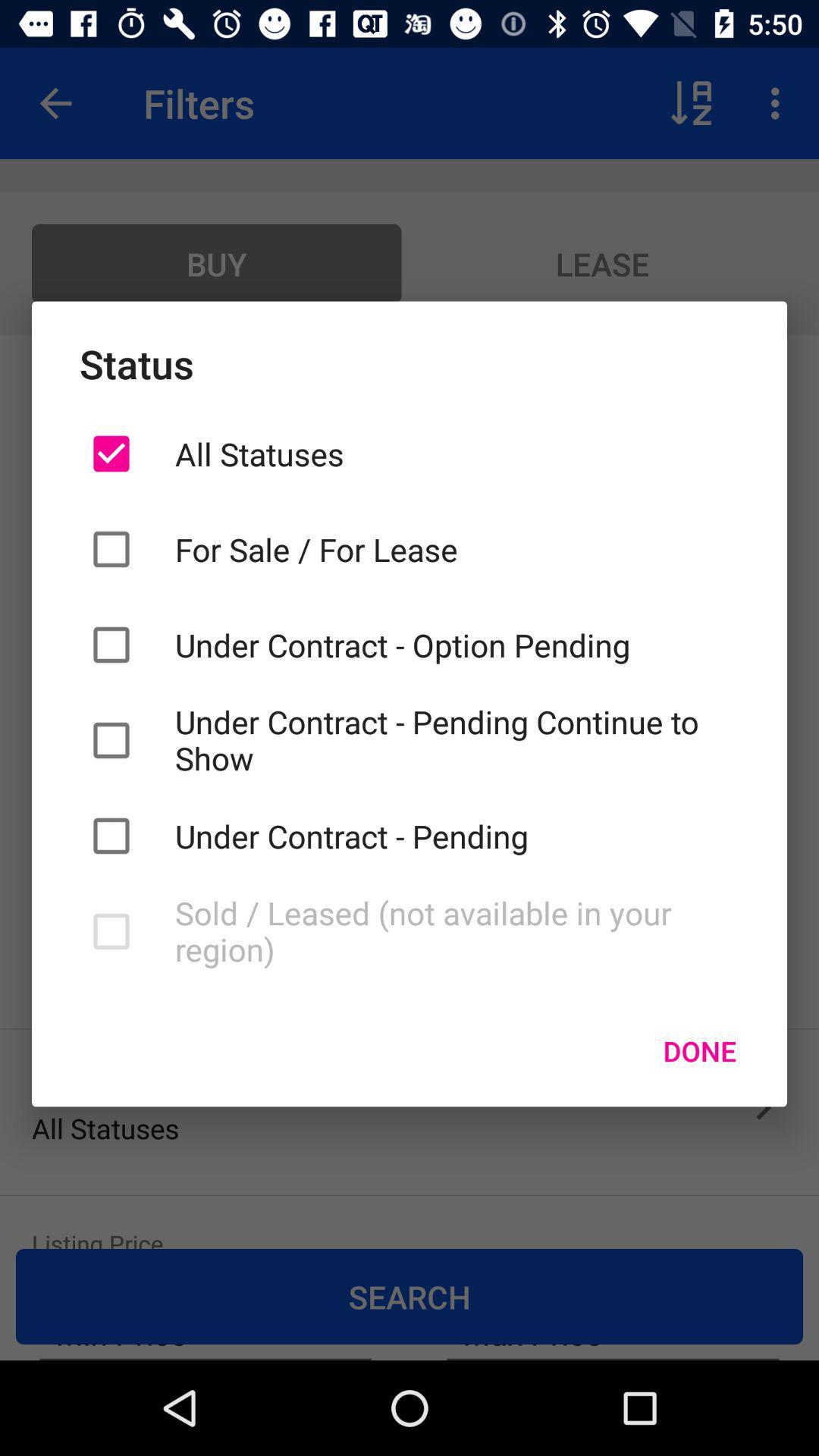  What do you see at coordinates (456, 930) in the screenshot?
I see `the item below the under contract - pending item` at bounding box center [456, 930].